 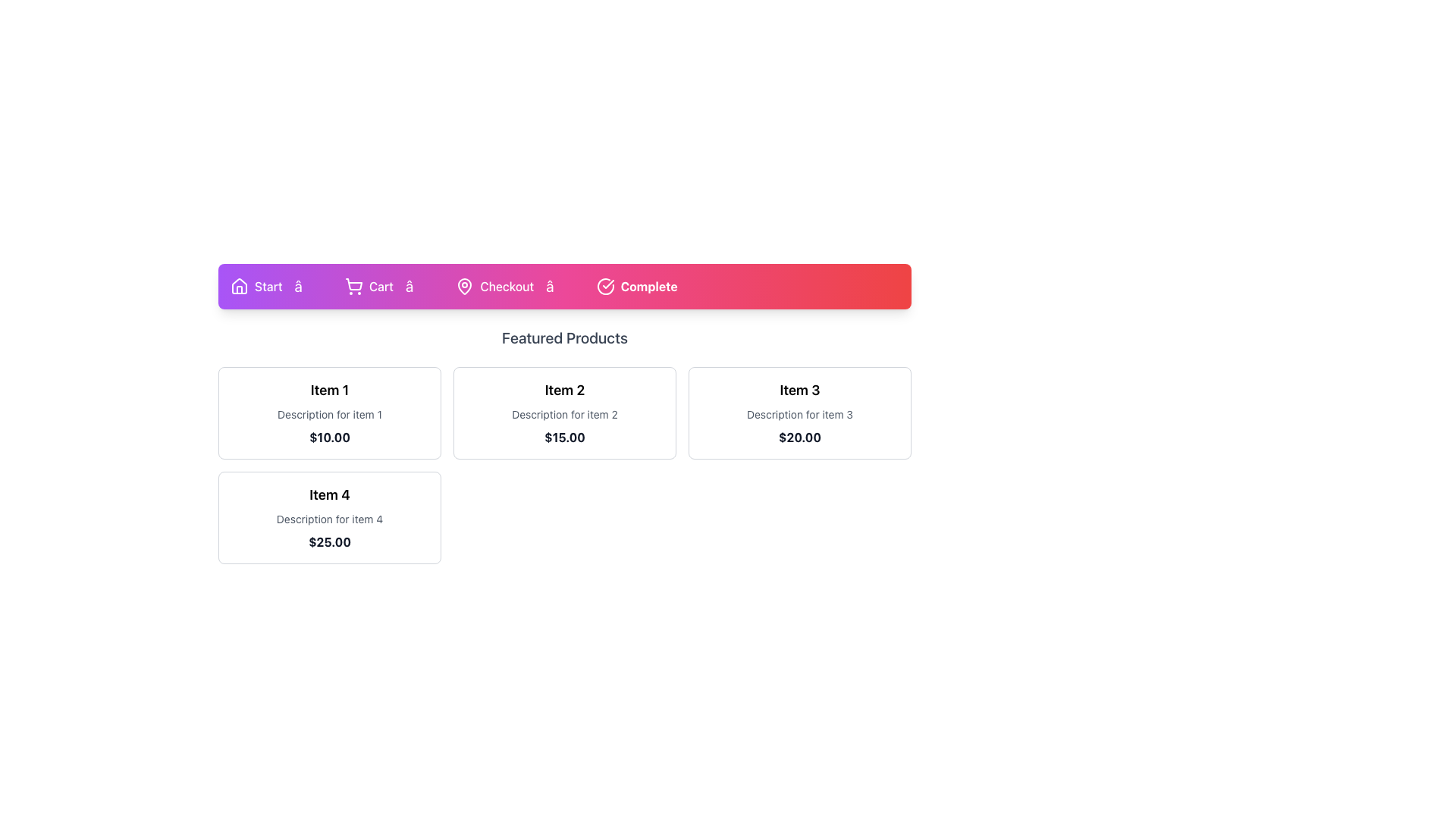 I want to click on the Status indicator located at the rightmost end of the navigation bar, following the 'Checkout' item, to visually check the process completion status, so click(x=637, y=287).